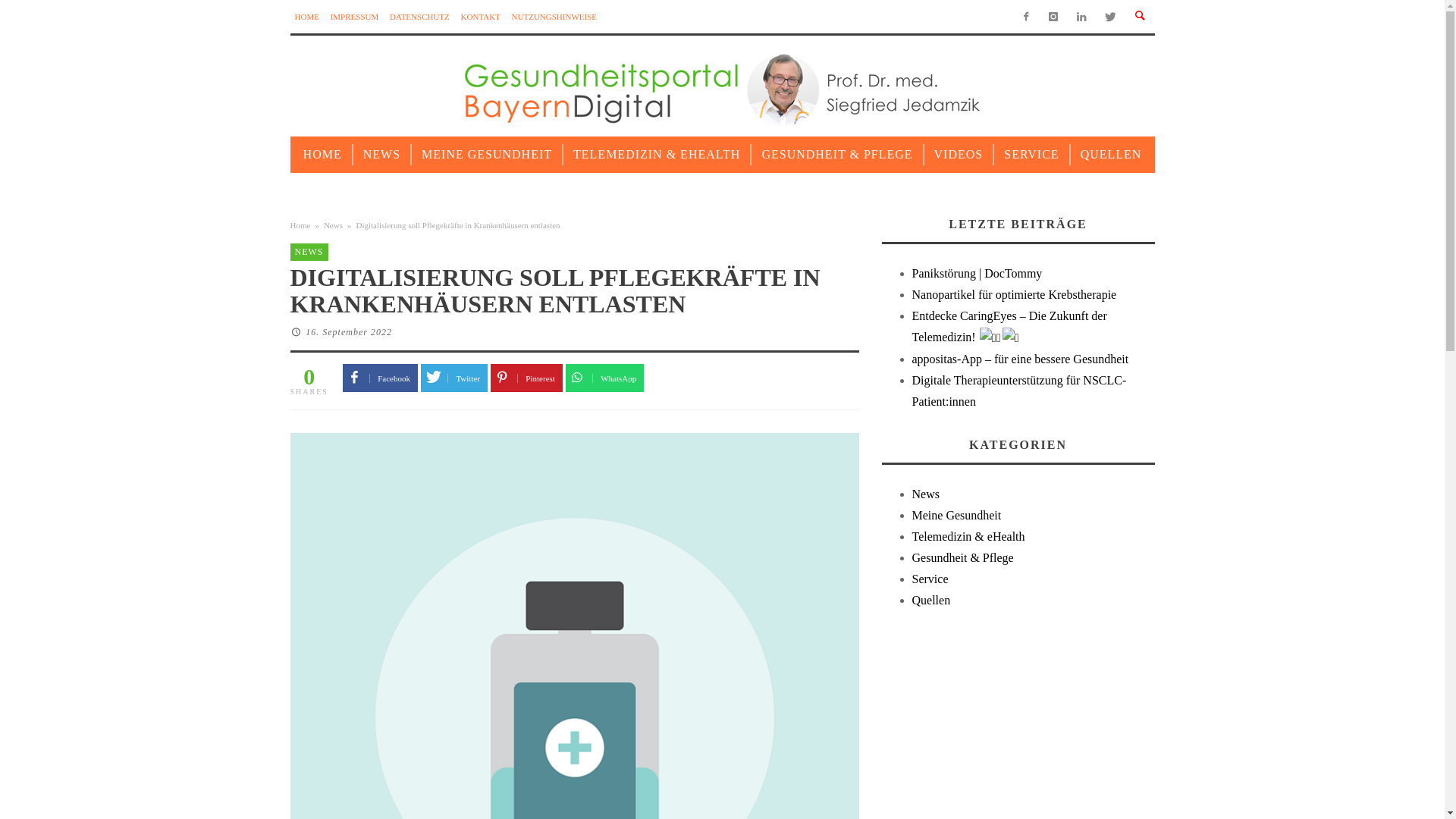  What do you see at coordinates (354, 17) in the screenshot?
I see `'IMPRESSUM'` at bounding box center [354, 17].